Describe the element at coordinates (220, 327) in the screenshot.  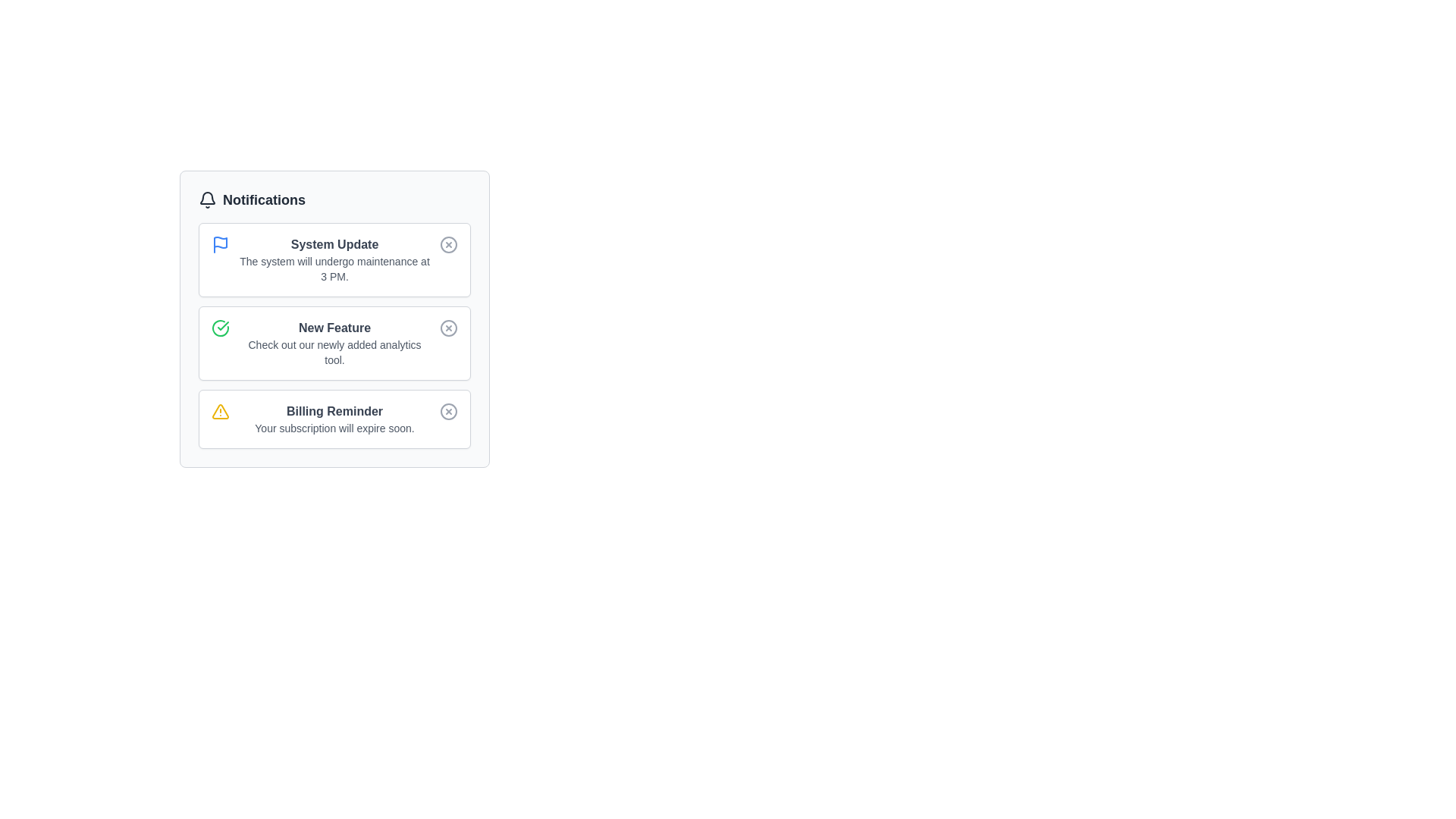
I see `the SVG icon that indicates successful status within the notification card, which is the second item to the left of the 'New Feature' text` at that location.